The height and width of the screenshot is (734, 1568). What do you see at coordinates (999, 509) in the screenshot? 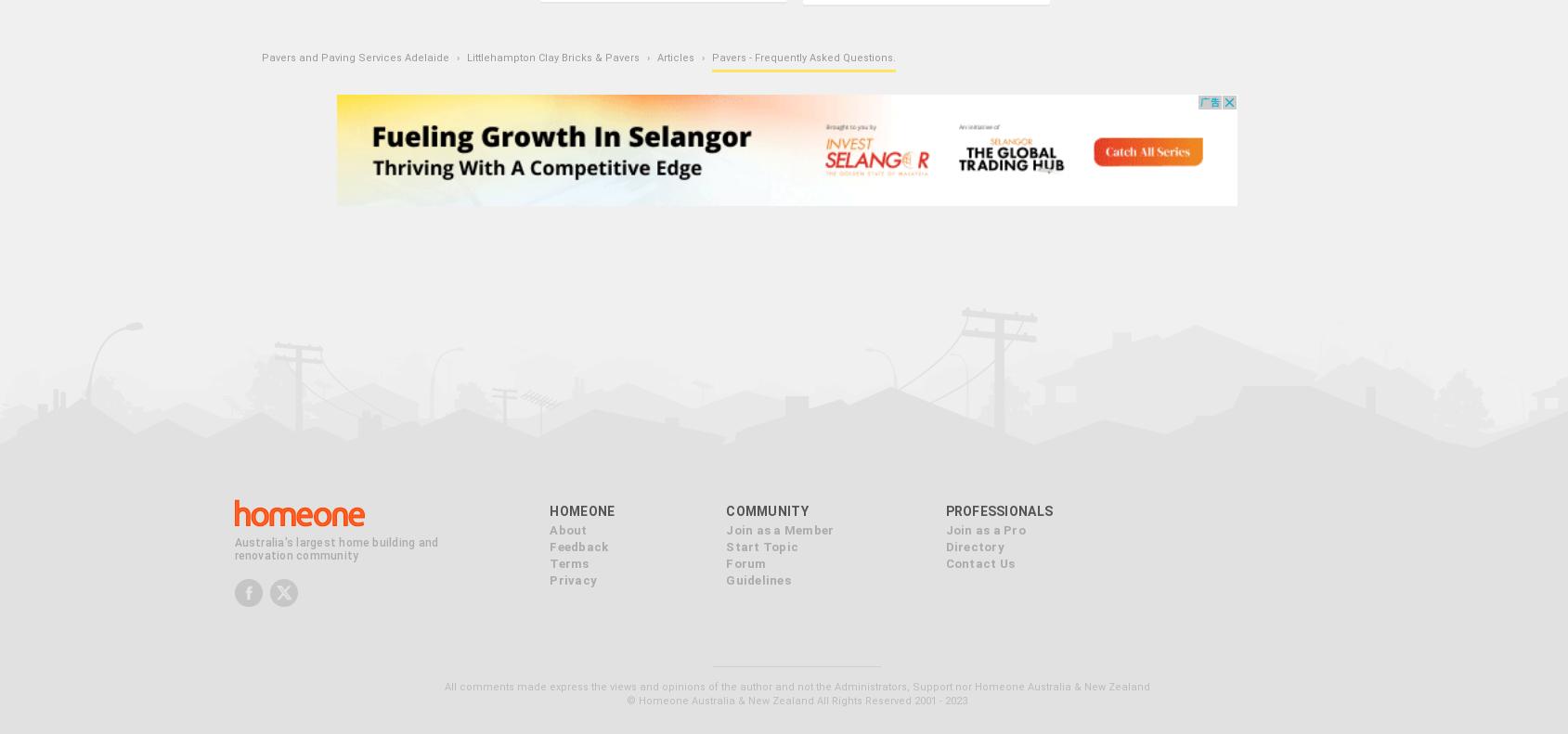
I see `'Professionals'` at bounding box center [999, 509].